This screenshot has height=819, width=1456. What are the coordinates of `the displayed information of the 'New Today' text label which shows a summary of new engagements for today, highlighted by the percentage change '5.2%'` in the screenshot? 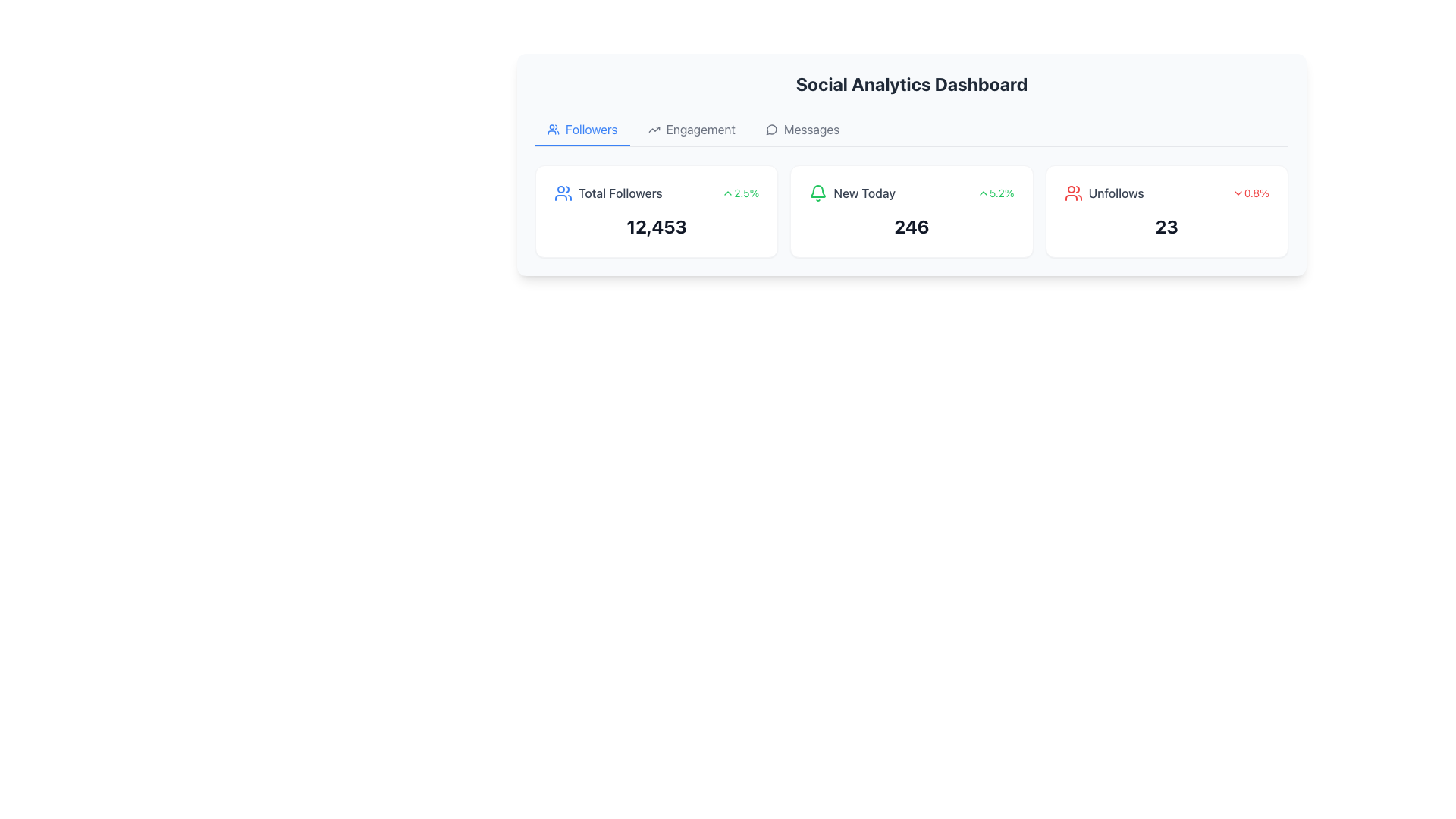 It's located at (911, 192).